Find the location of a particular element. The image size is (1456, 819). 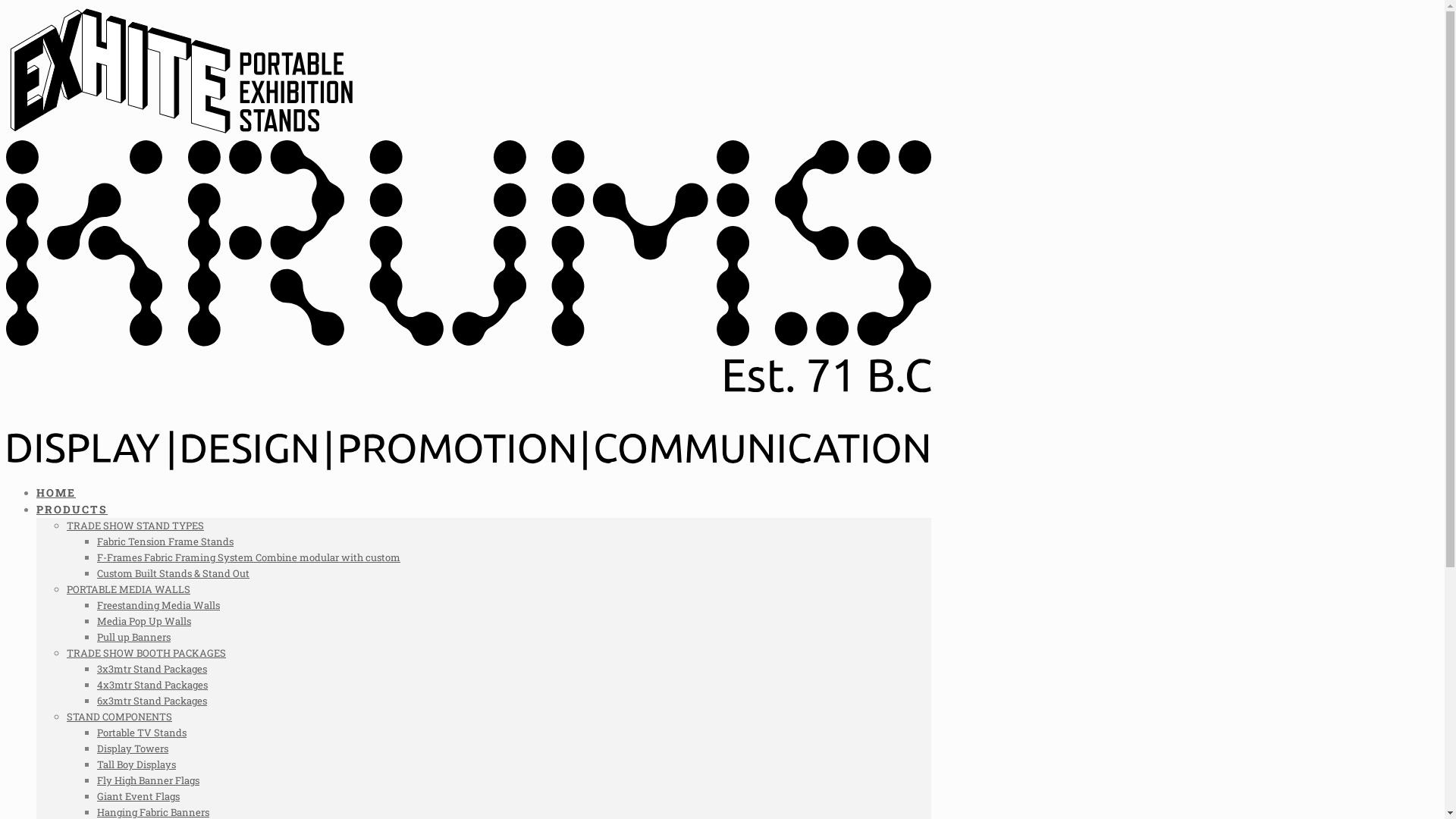

'F-Frames Fabric Framing System Combine modular with custom' is located at coordinates (248, 557).